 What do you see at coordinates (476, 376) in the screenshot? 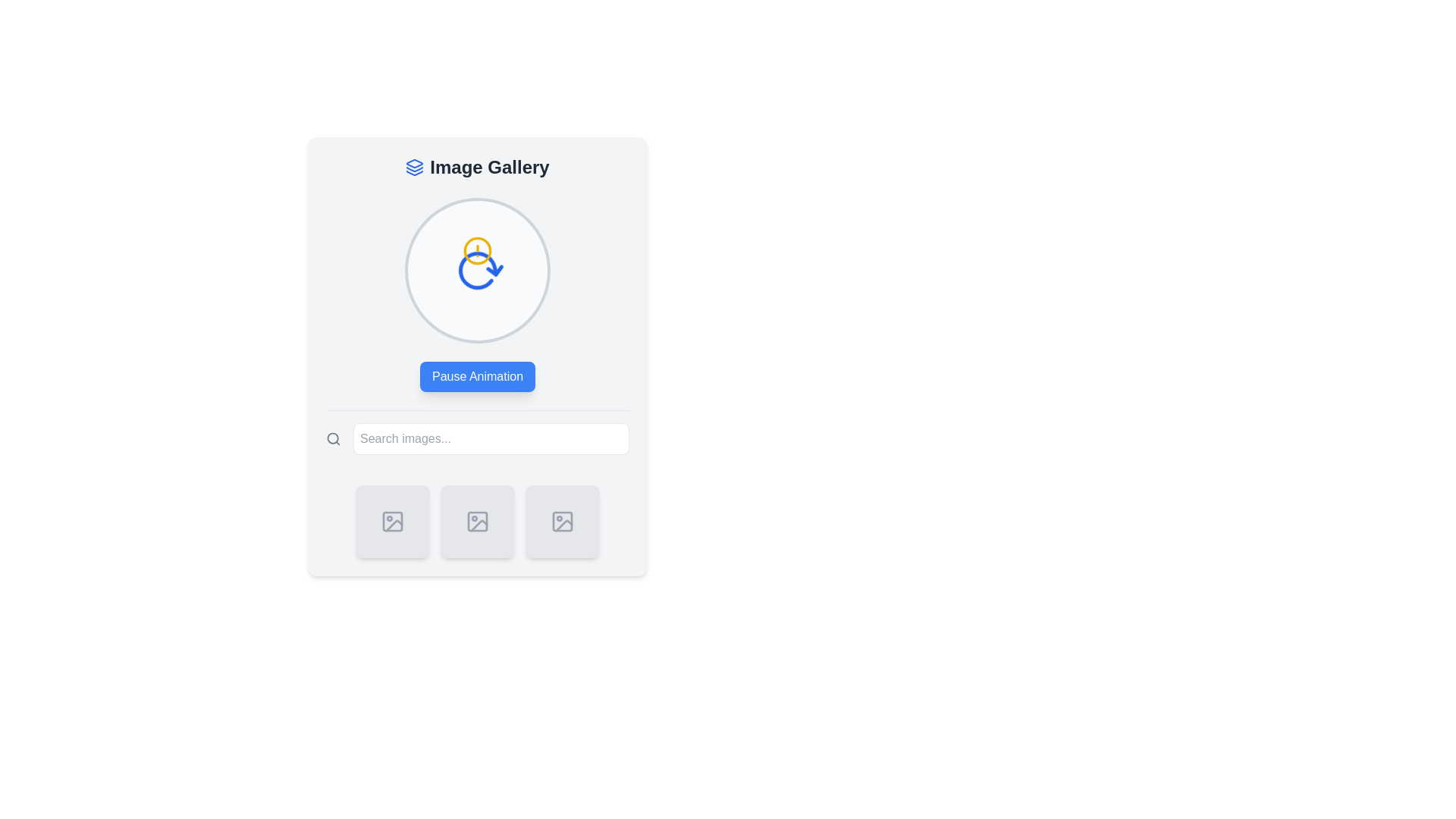
I see `the pause button located in the center of the interface, directly beneath the circular spinning animation icon` at bounding box center [476, 376].